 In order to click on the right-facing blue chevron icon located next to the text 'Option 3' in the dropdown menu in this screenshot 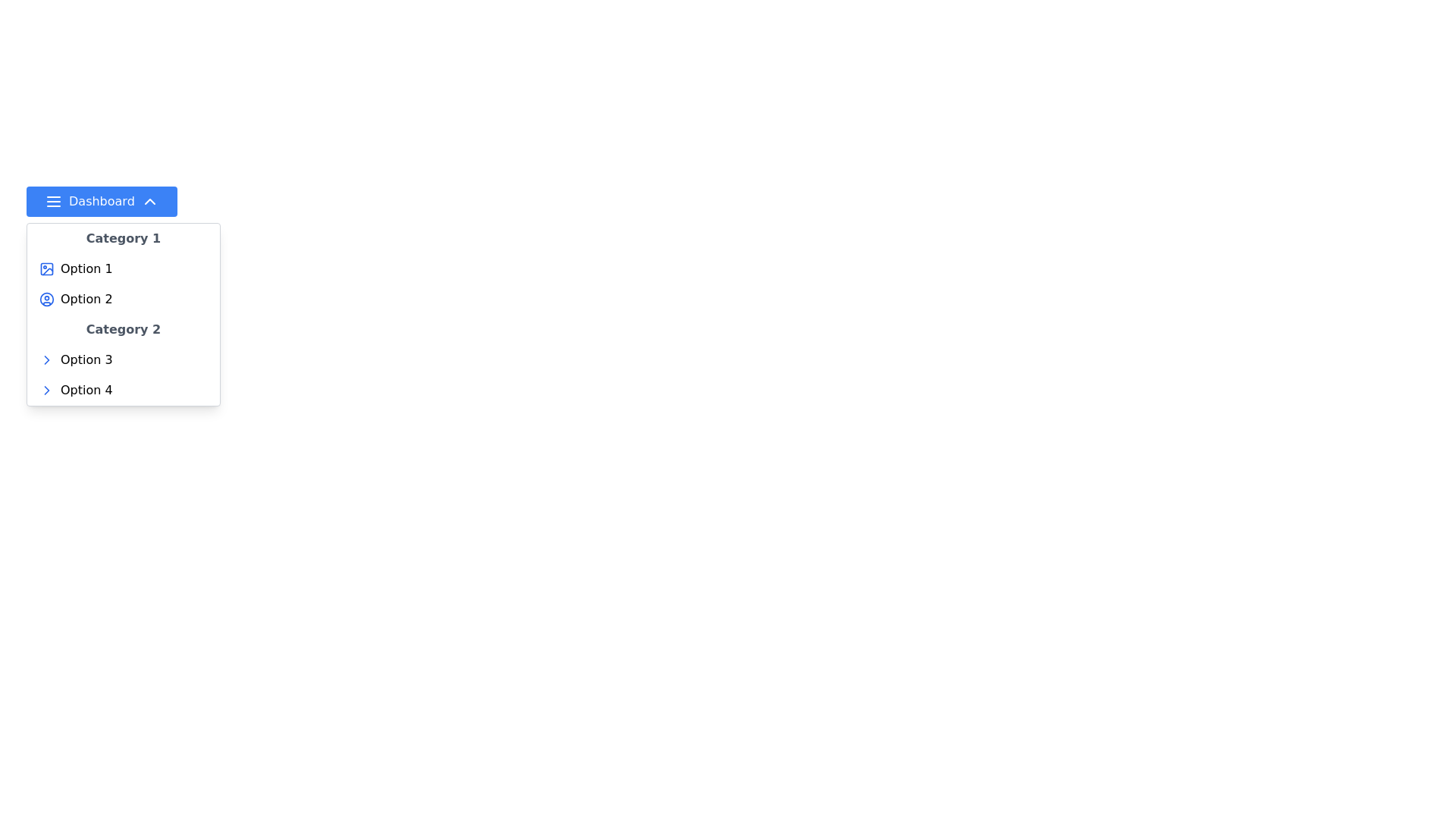, I will do `click(47, 359)`.